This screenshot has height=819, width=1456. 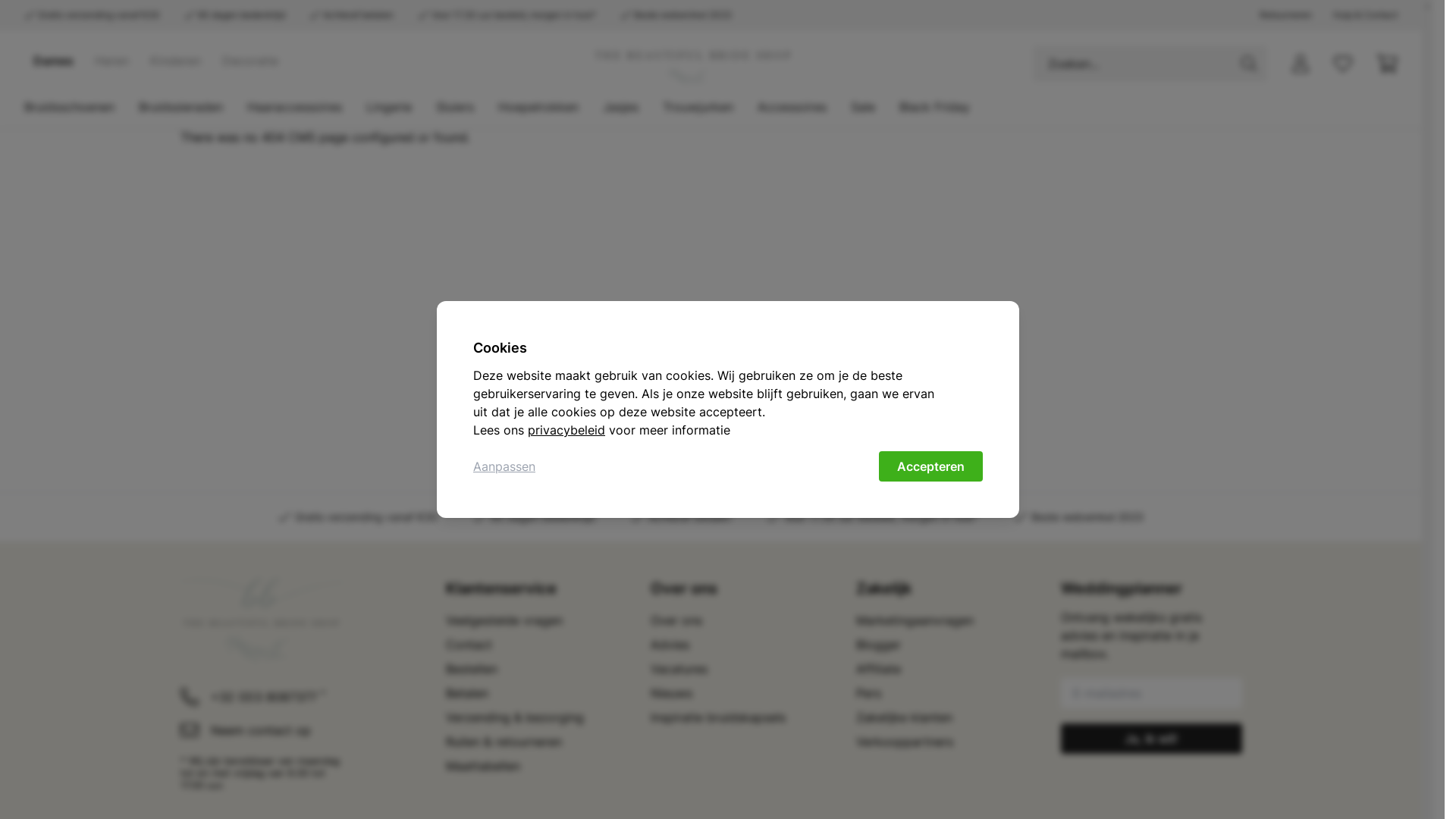 What do you see at coordinates (507, 14) in the screenshot?
I see `'Voor 17.30 uur besteld, morgen in huis*'` at bounding box center [507, 14].